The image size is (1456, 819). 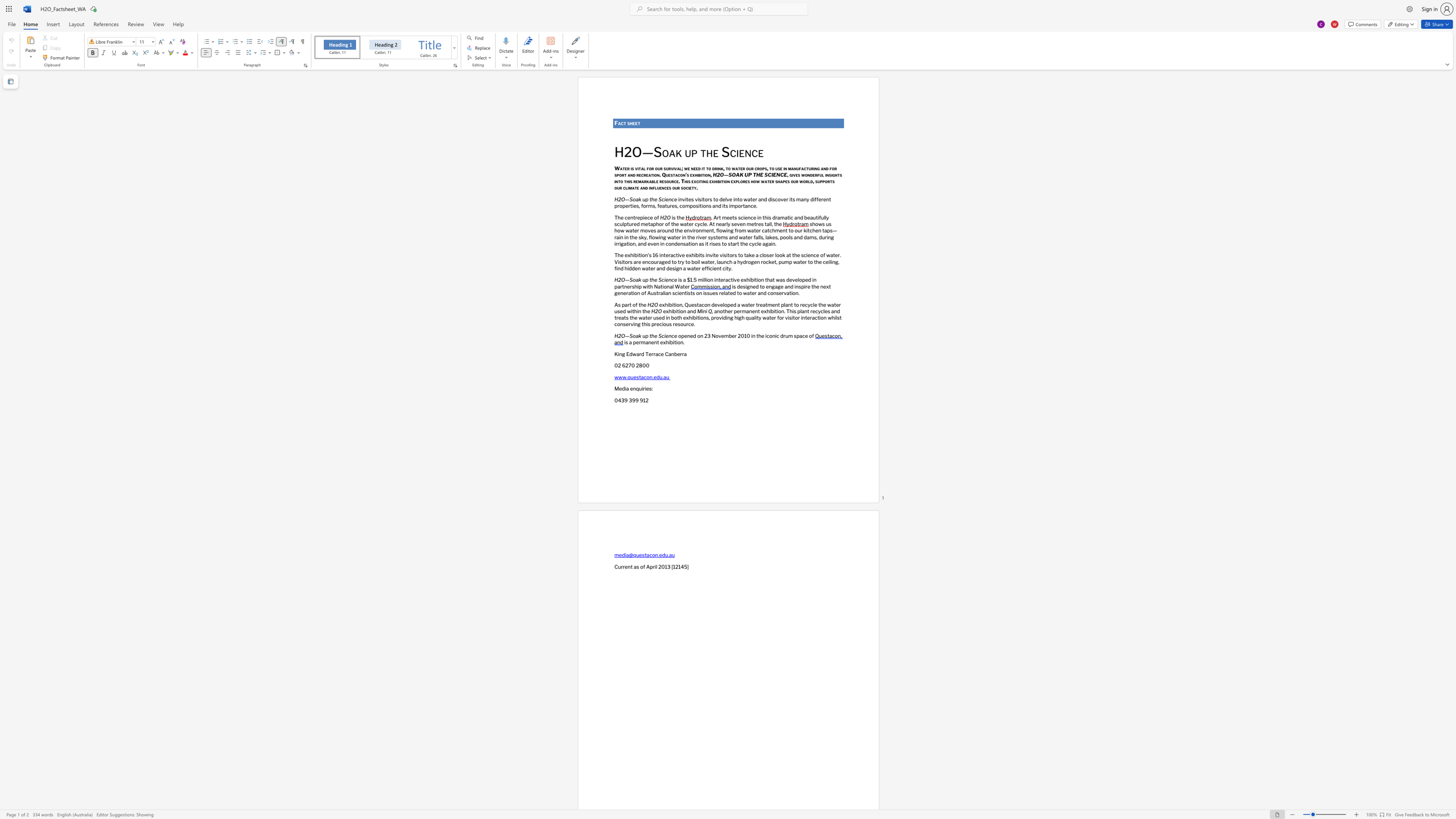 What do you see at coordinates (645, 335) in the screenshot?
I see `the subset text "p the Scie" within the text "H2O—Soak up the Science"` at bounding box center [645, 335].